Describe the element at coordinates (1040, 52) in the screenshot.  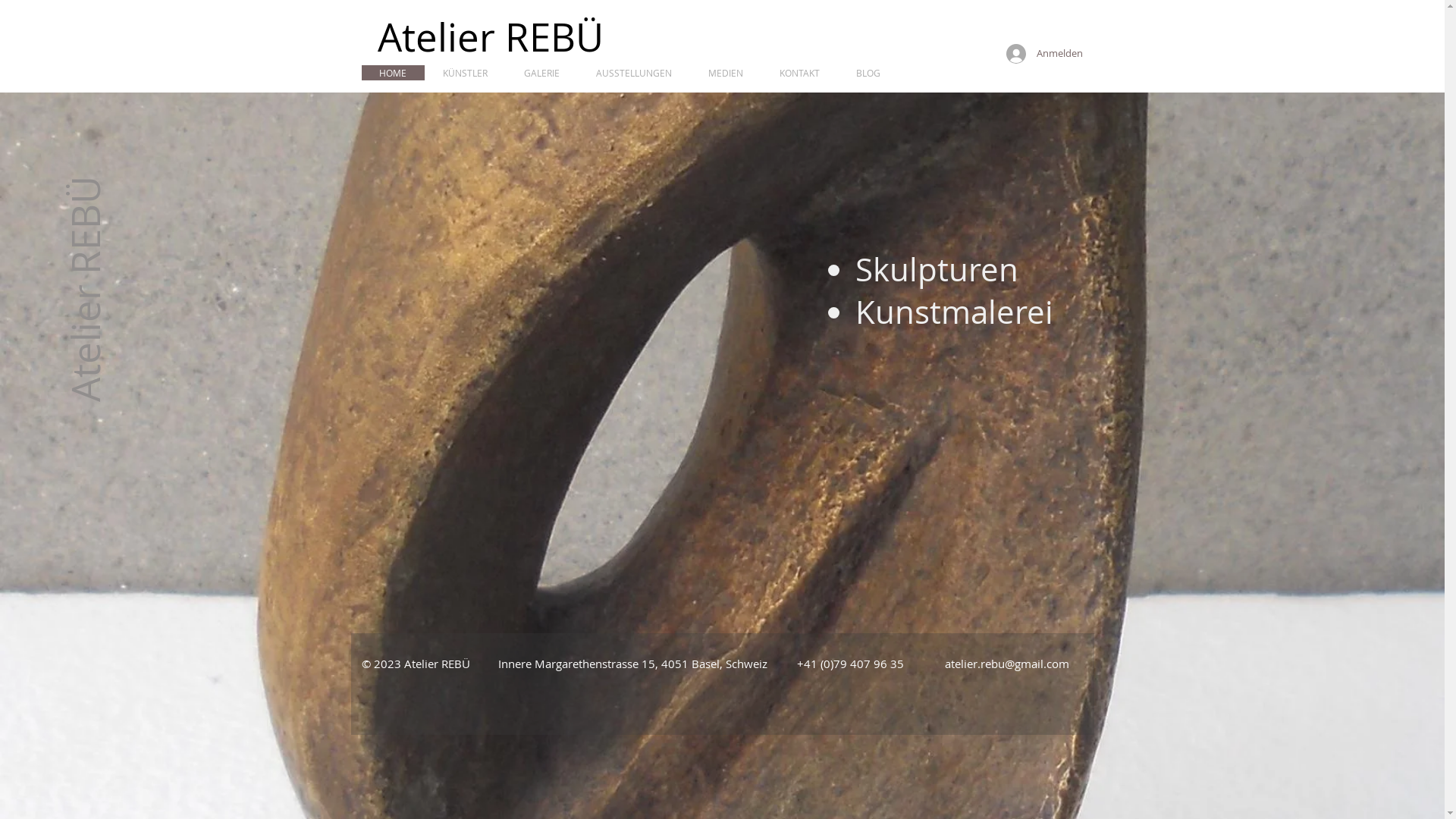
I see `'Anmelden'` at that location.